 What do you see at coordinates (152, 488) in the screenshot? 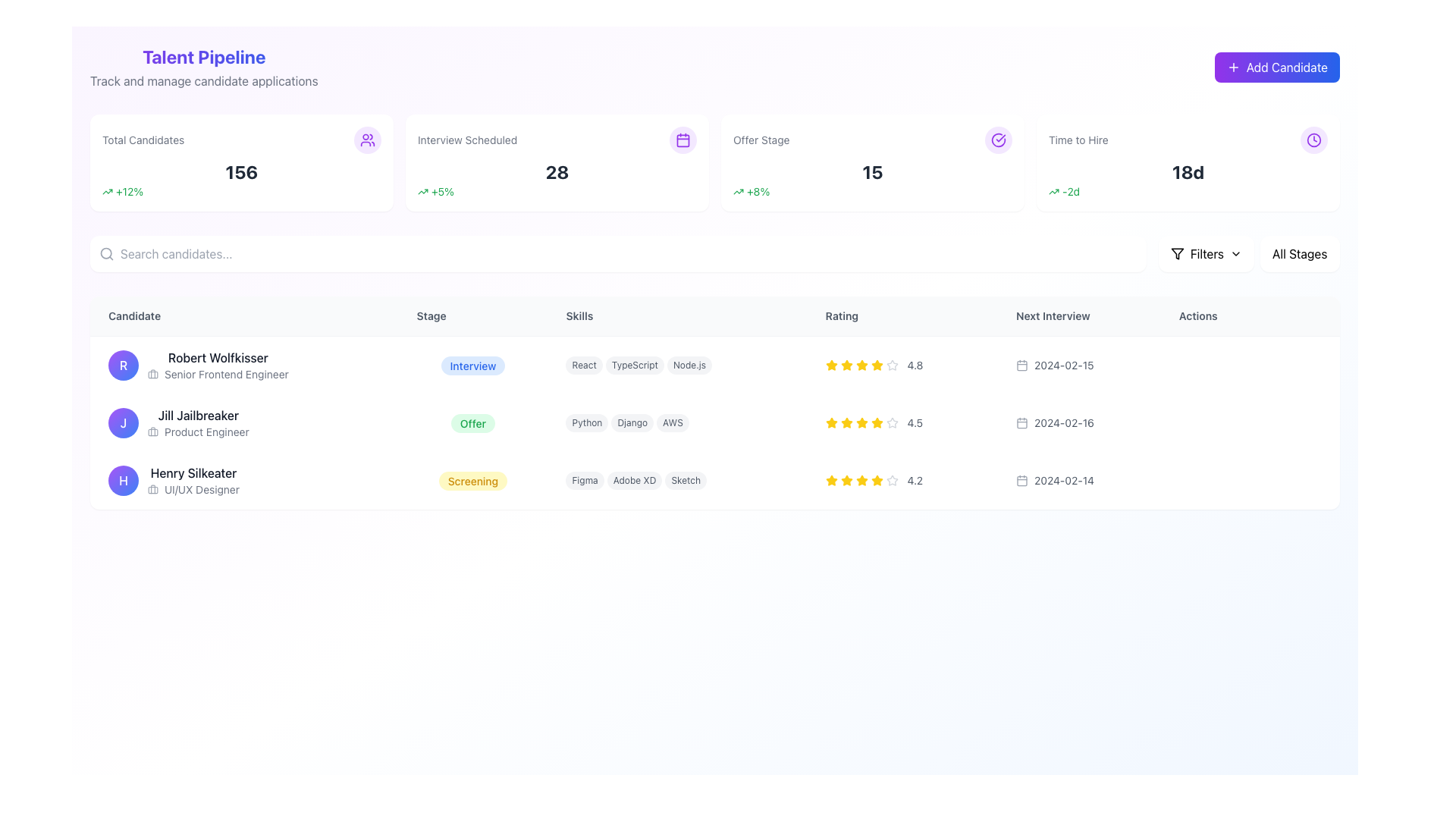
I see `the vertical line or bar within the SVG graphic that is part of the briefcase icon, located adjacent to the text 'Henry Silkeater'` at bounding box center [152, 488].